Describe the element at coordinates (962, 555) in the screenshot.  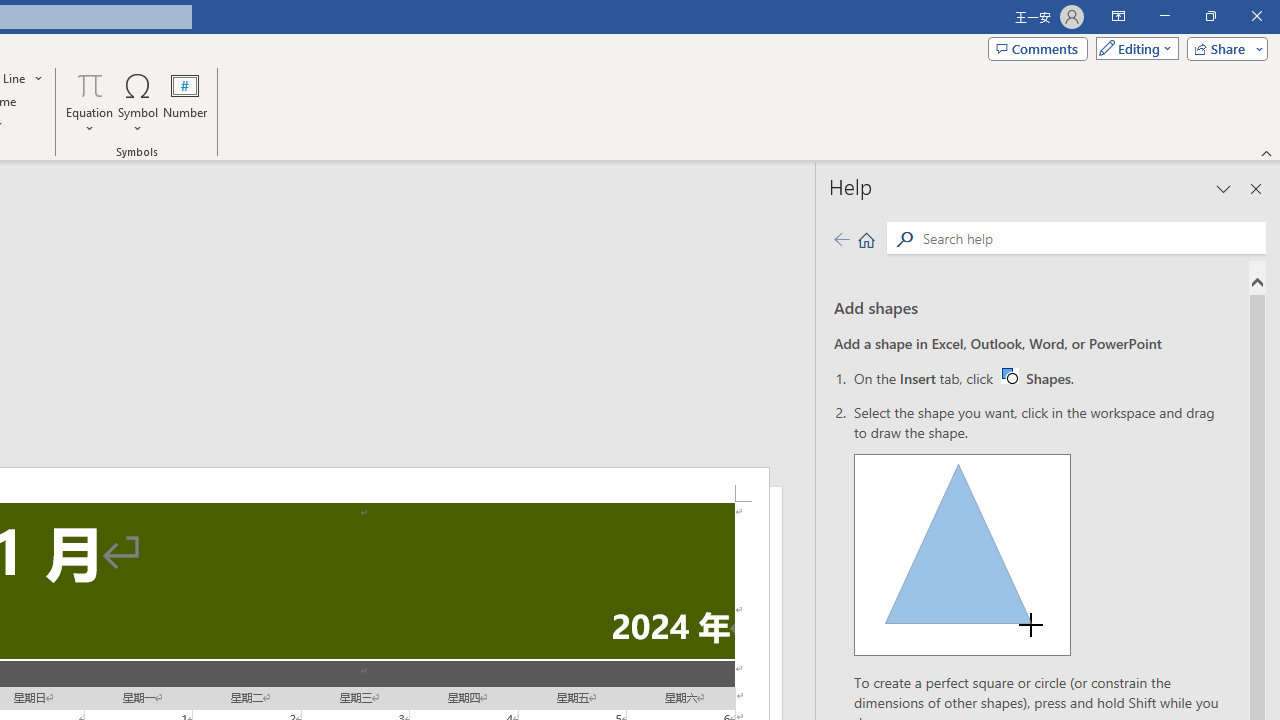
I see `'Drawing a shape'` at that location.